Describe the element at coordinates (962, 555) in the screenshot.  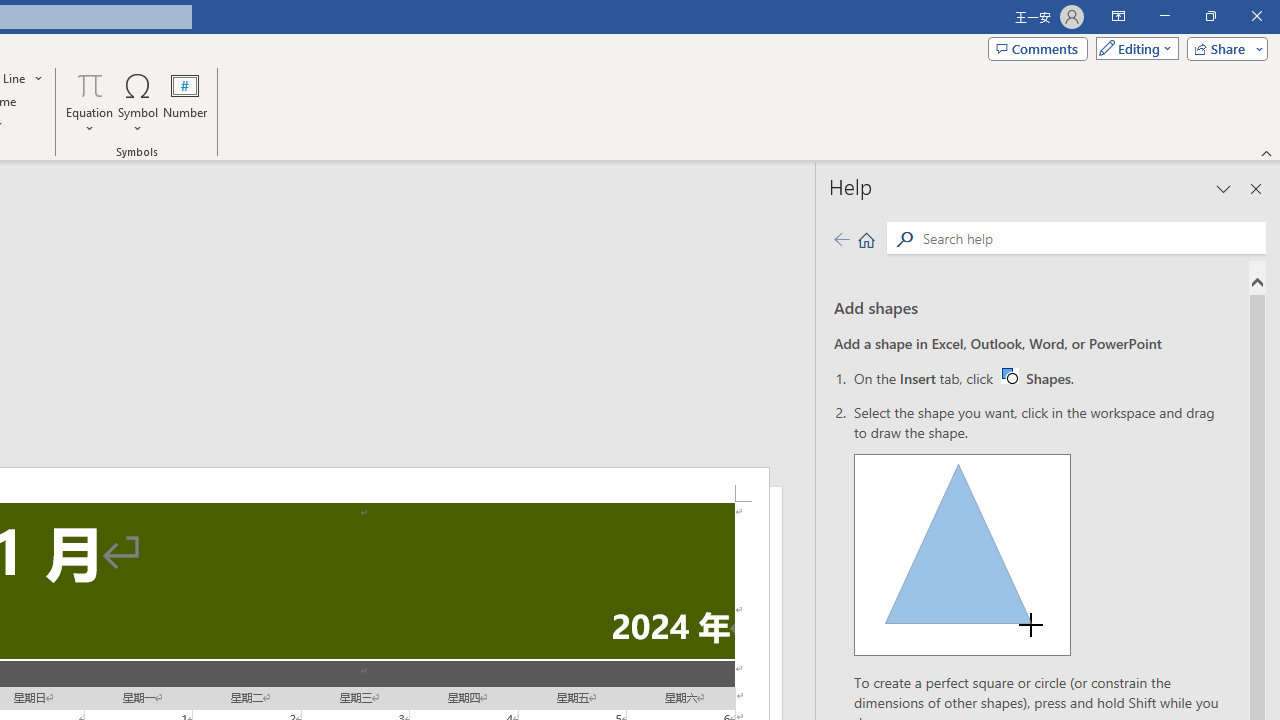
I see `'Drawing a shape'` at that location.